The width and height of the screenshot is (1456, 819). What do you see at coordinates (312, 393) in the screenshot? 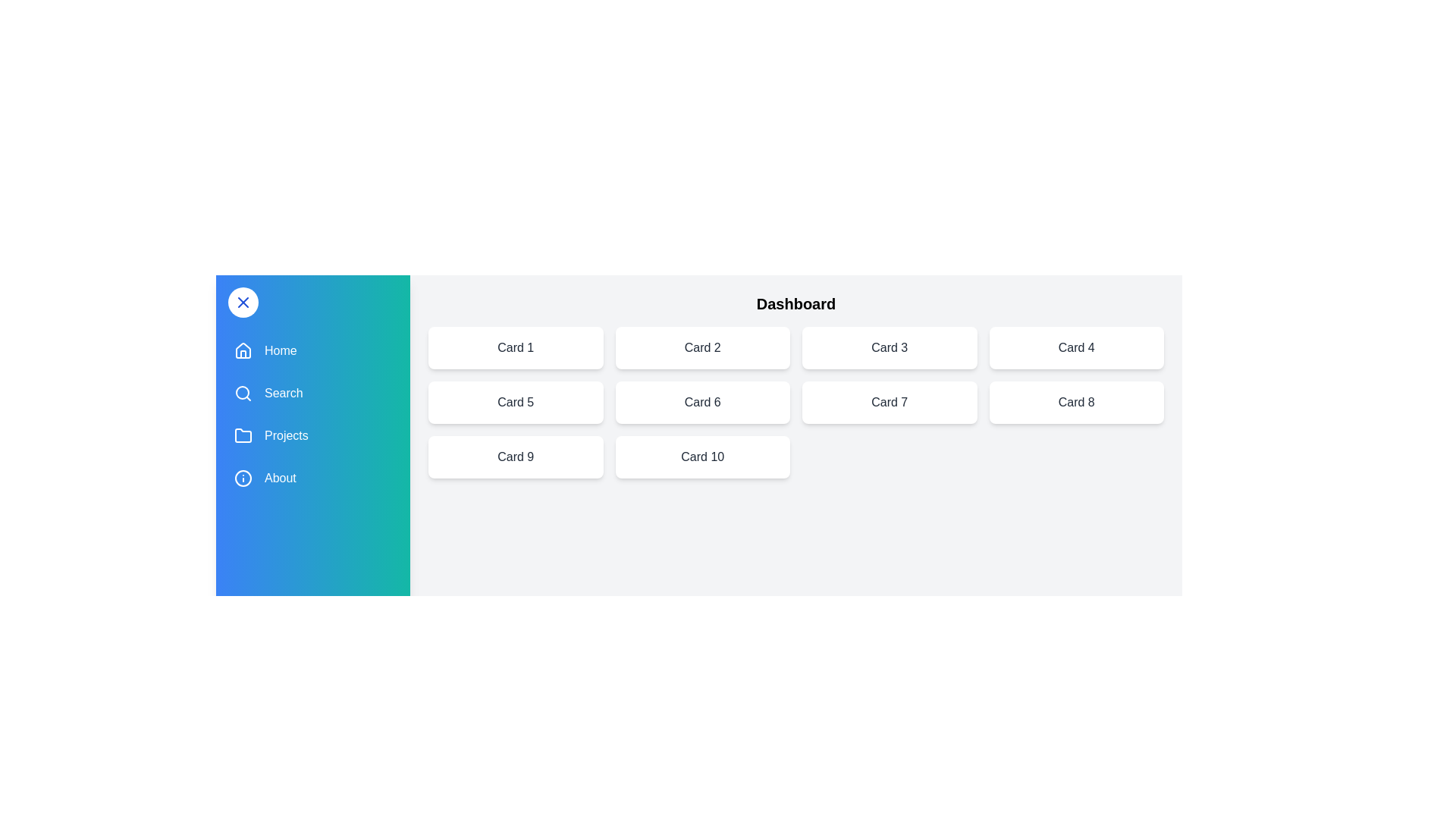
I see `the menu item labeled Search` at bounding box center [312, 393].